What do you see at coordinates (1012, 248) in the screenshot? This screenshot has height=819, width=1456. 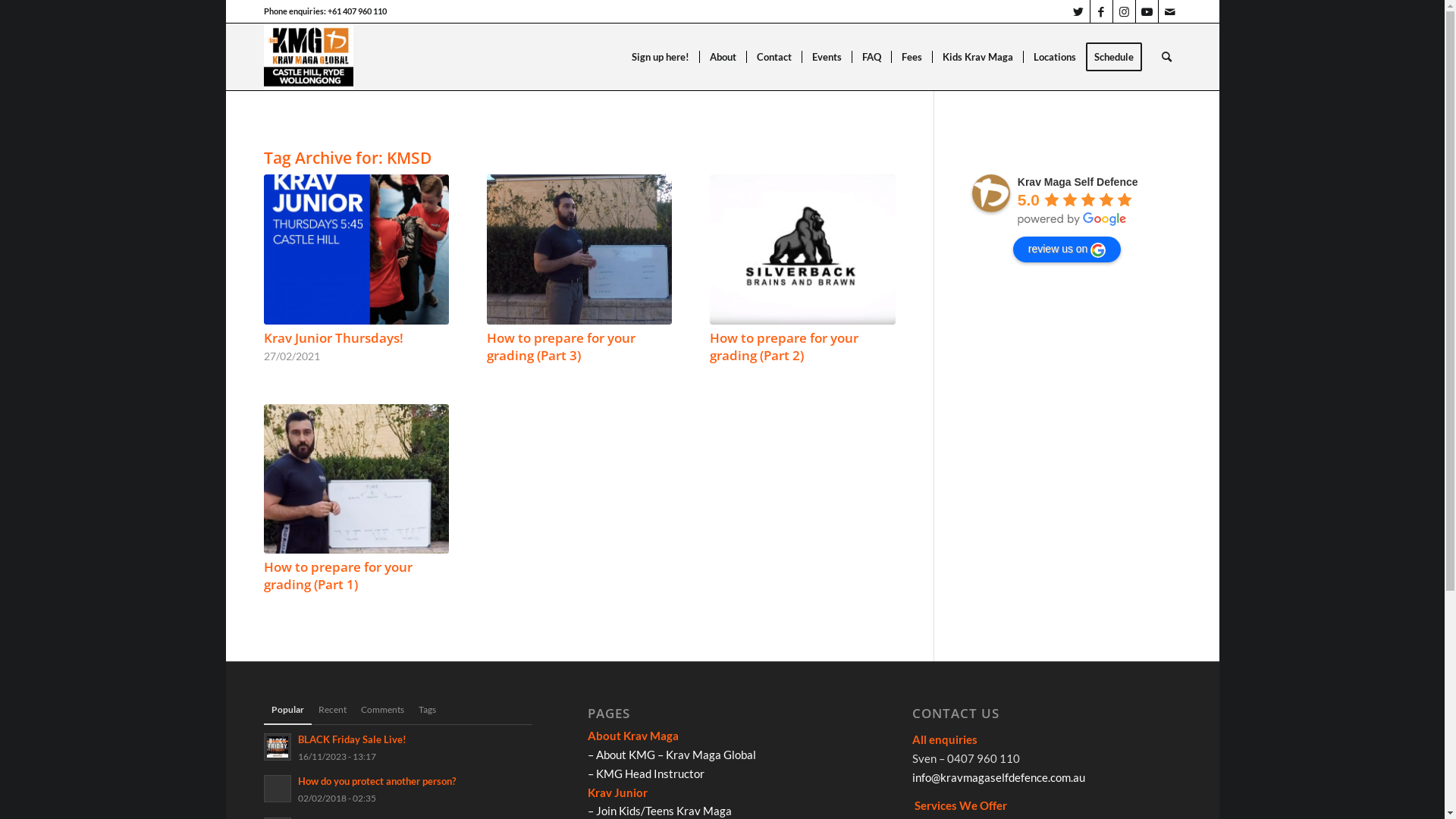 I see `'review us on'` at bounding box center [1012, 248].